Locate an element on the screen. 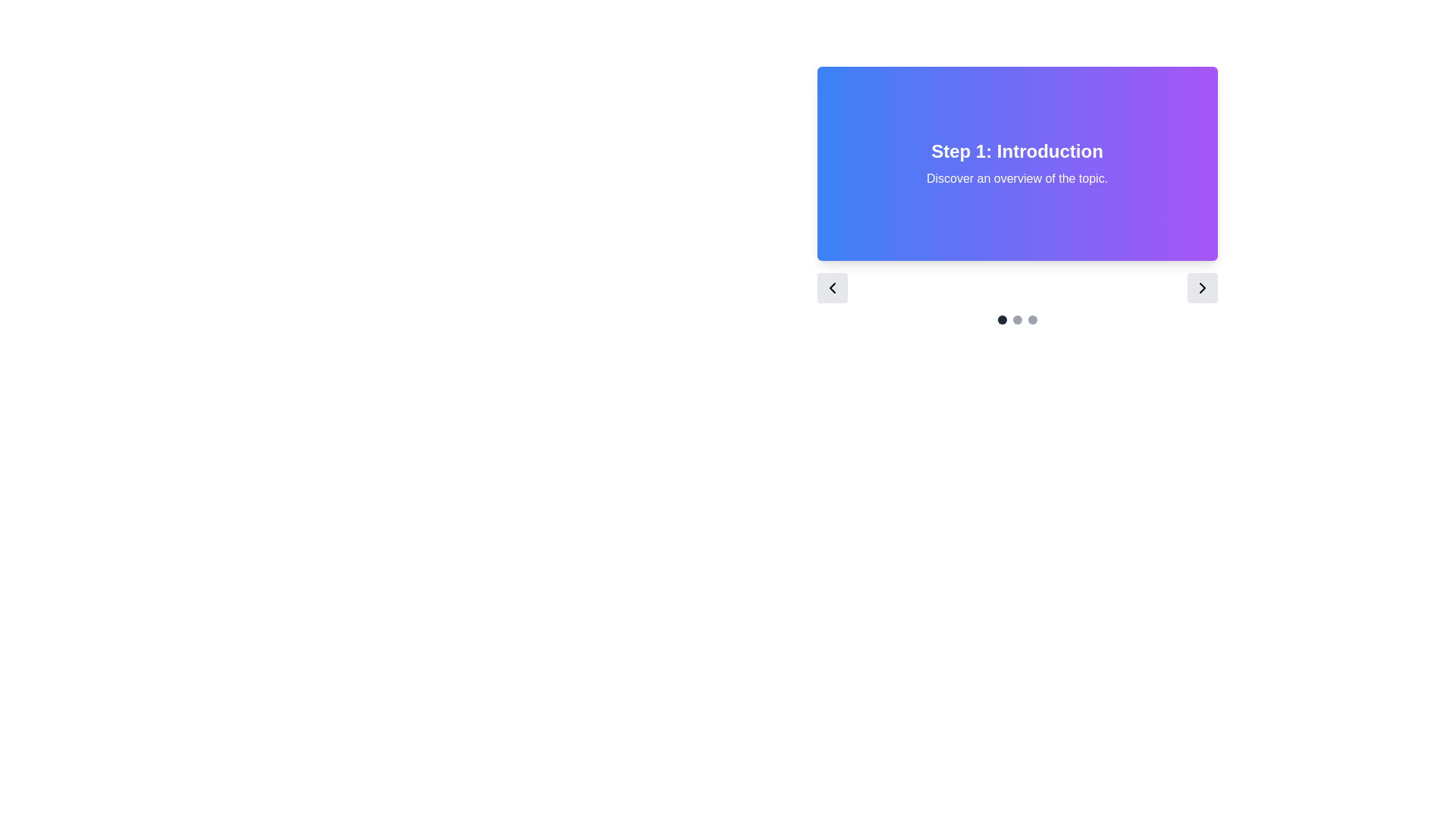  the left chevron arrow icon in the carousel navigation bar is located at coordinates (831, 288).